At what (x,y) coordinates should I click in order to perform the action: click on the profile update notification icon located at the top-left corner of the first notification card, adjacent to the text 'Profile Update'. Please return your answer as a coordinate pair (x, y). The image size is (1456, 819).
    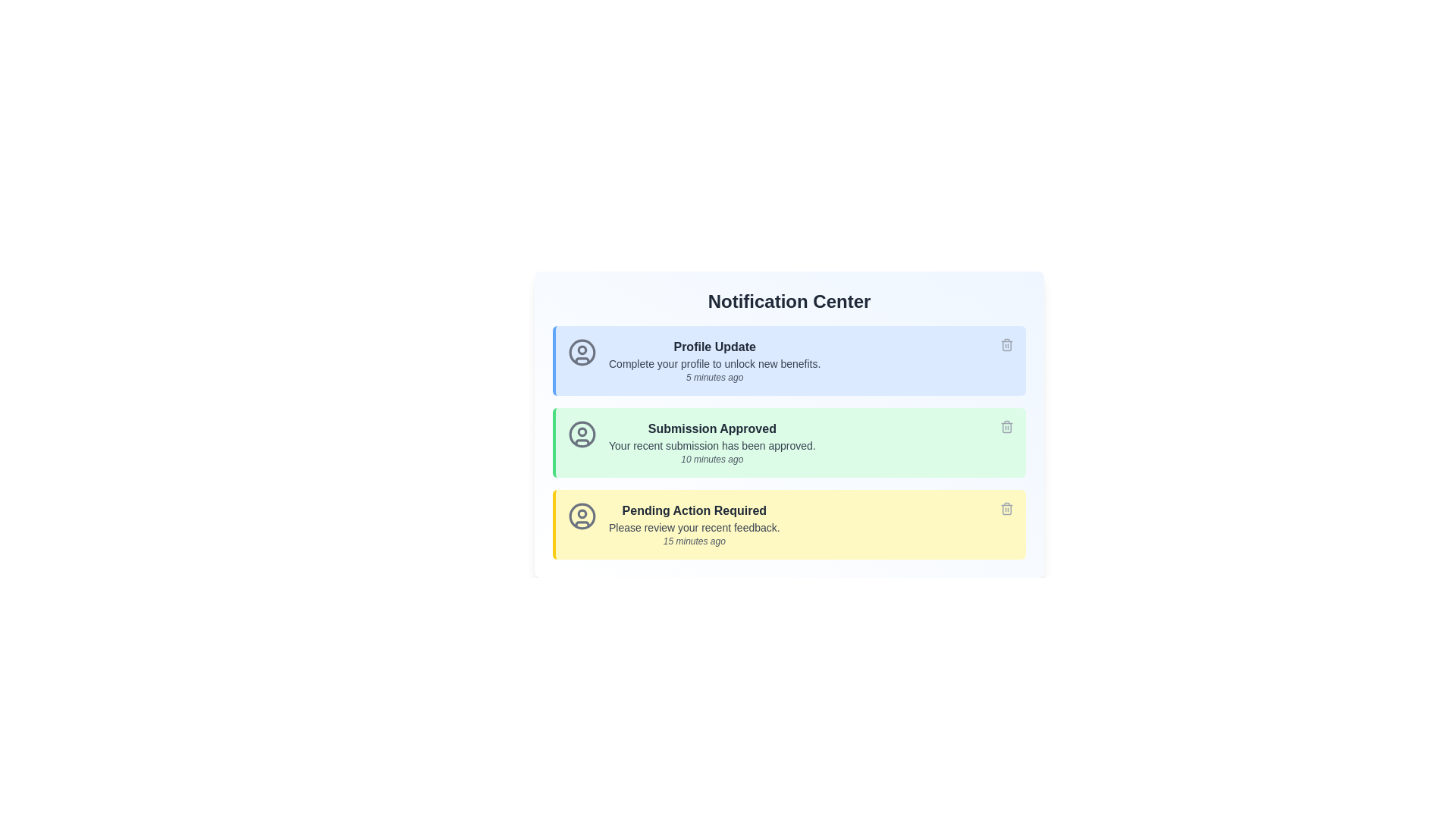
    Looking at the image, I should click on (582, 353).